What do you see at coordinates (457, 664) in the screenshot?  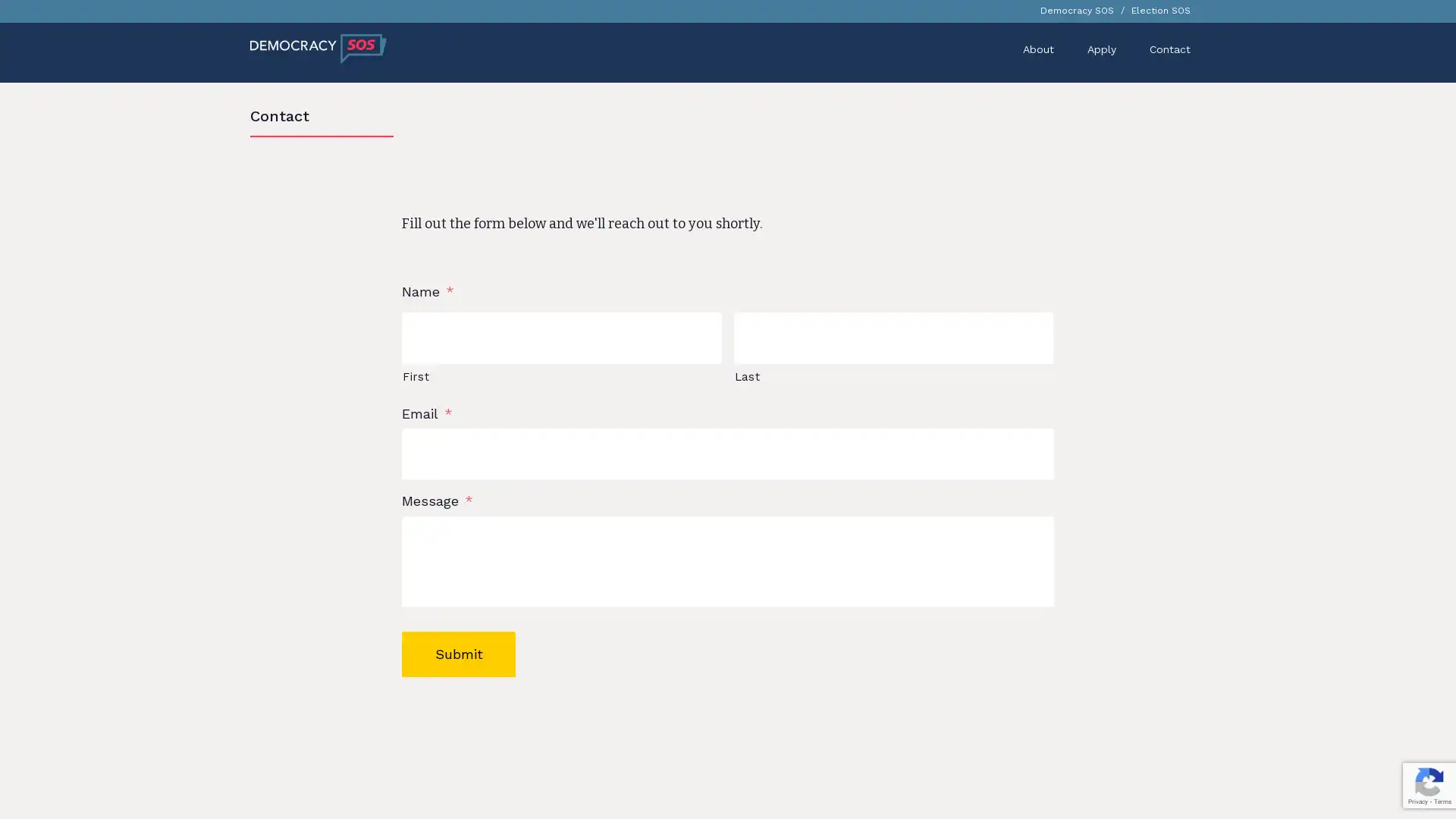 I see `Submit` at bounding box center [457, 664].